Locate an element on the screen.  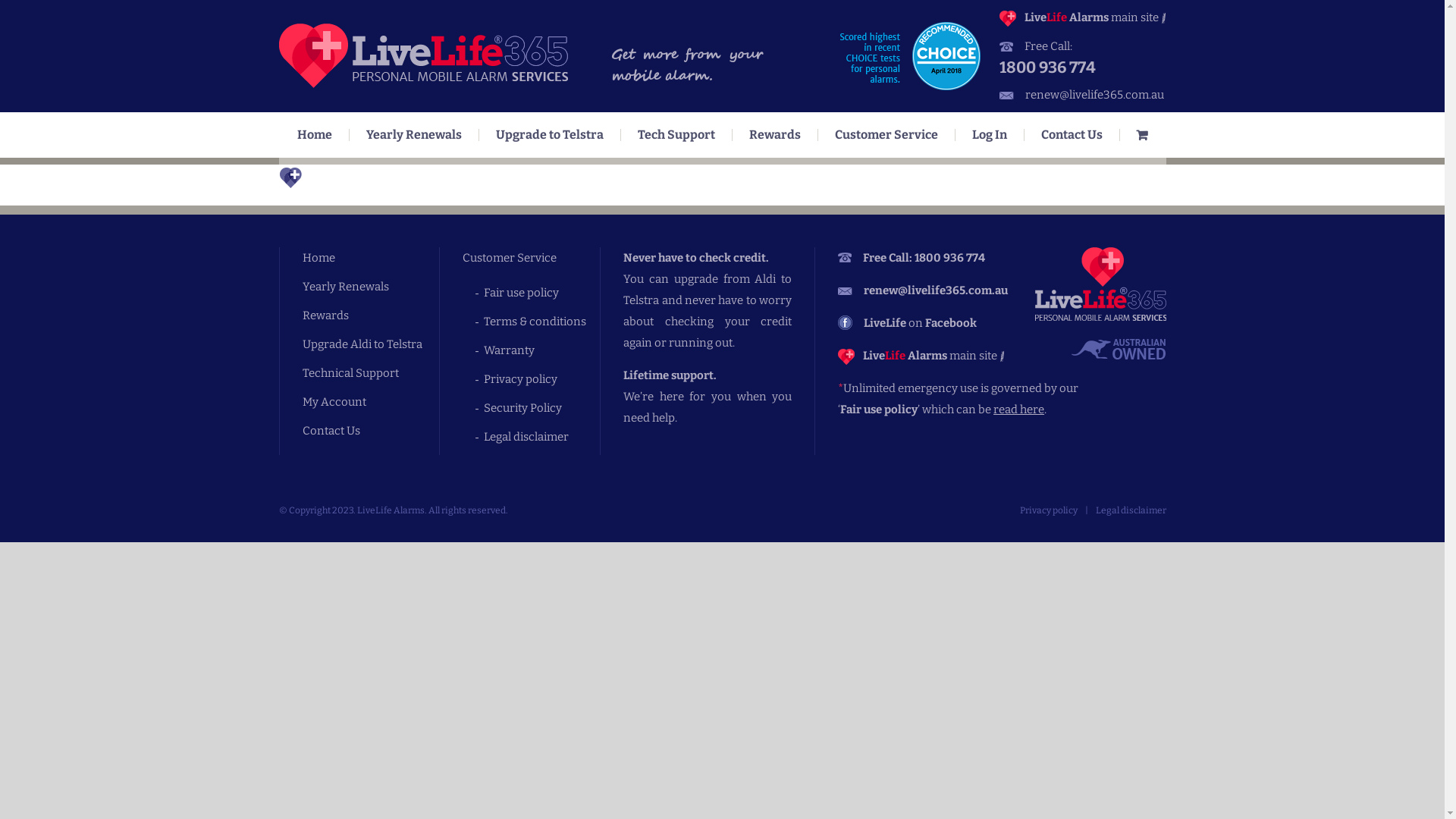
'Warranty' is located at coordinates (541, 350).